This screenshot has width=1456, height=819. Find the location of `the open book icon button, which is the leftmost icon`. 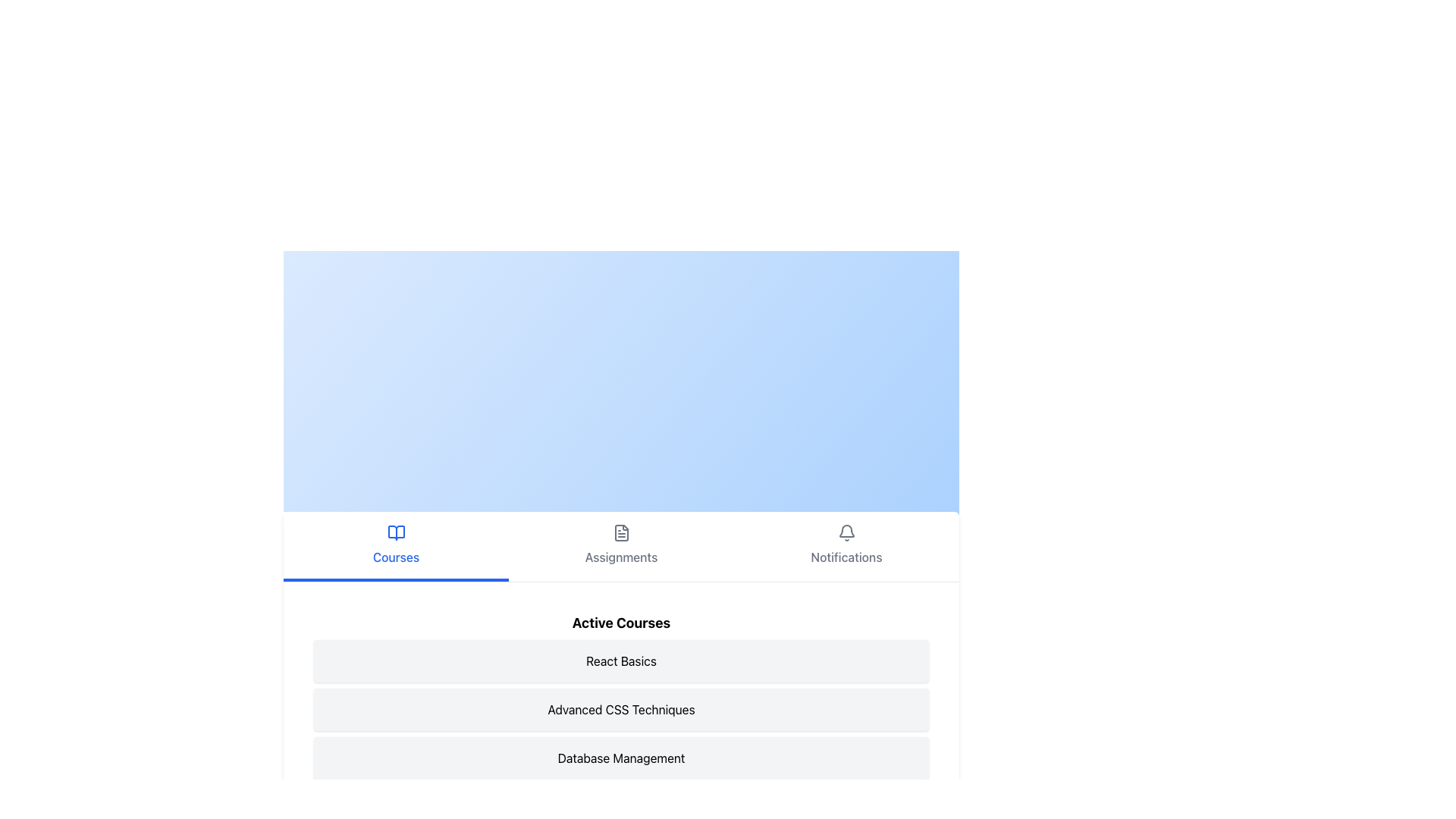

the open book icon button, which is the leftmost icon is located at coordinates (396, 532).